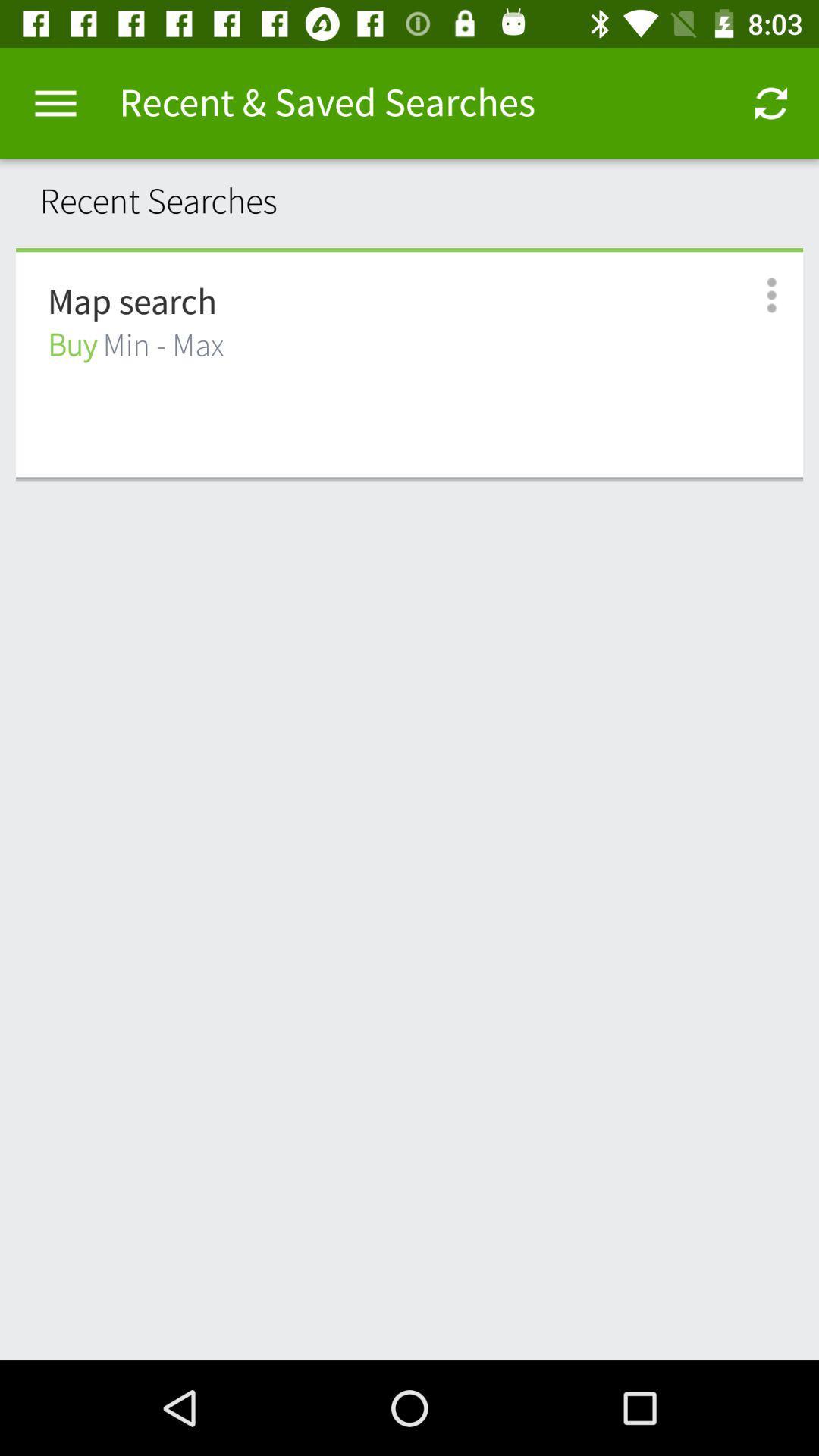 Image resolution: width=819 pixels, height=1456 pixels. Describe the element at coordinates (755, 295) in the screenshot. I see `the item next to buy min - max icon` at that location.